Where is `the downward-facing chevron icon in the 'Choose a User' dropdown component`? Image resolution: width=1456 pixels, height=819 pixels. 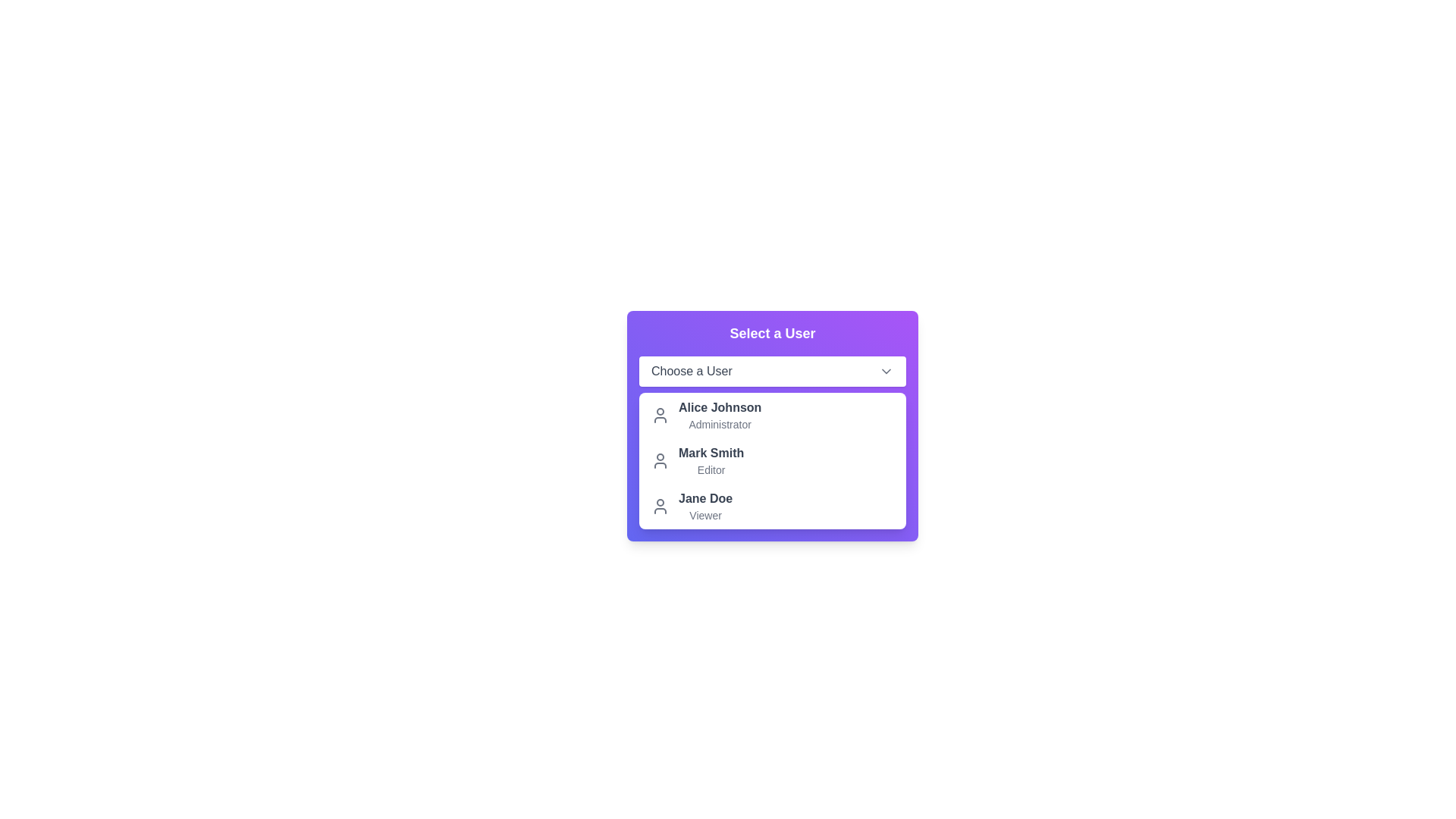
the downward-facing chevron icon in the 'Choose a User' dropdown component is located at coordinates (886, 371).